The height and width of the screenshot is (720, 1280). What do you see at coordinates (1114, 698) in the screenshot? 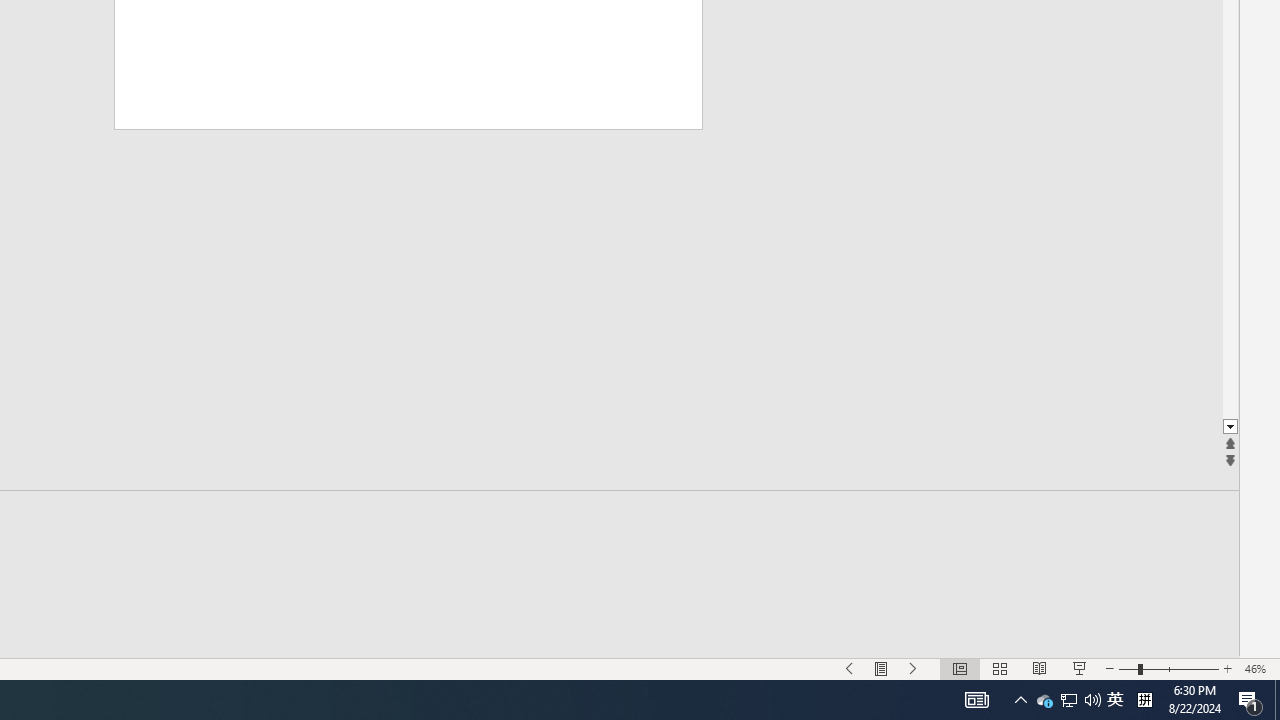
I see `'User Promoted Notification Area'` at bounding box center [1114, 698].